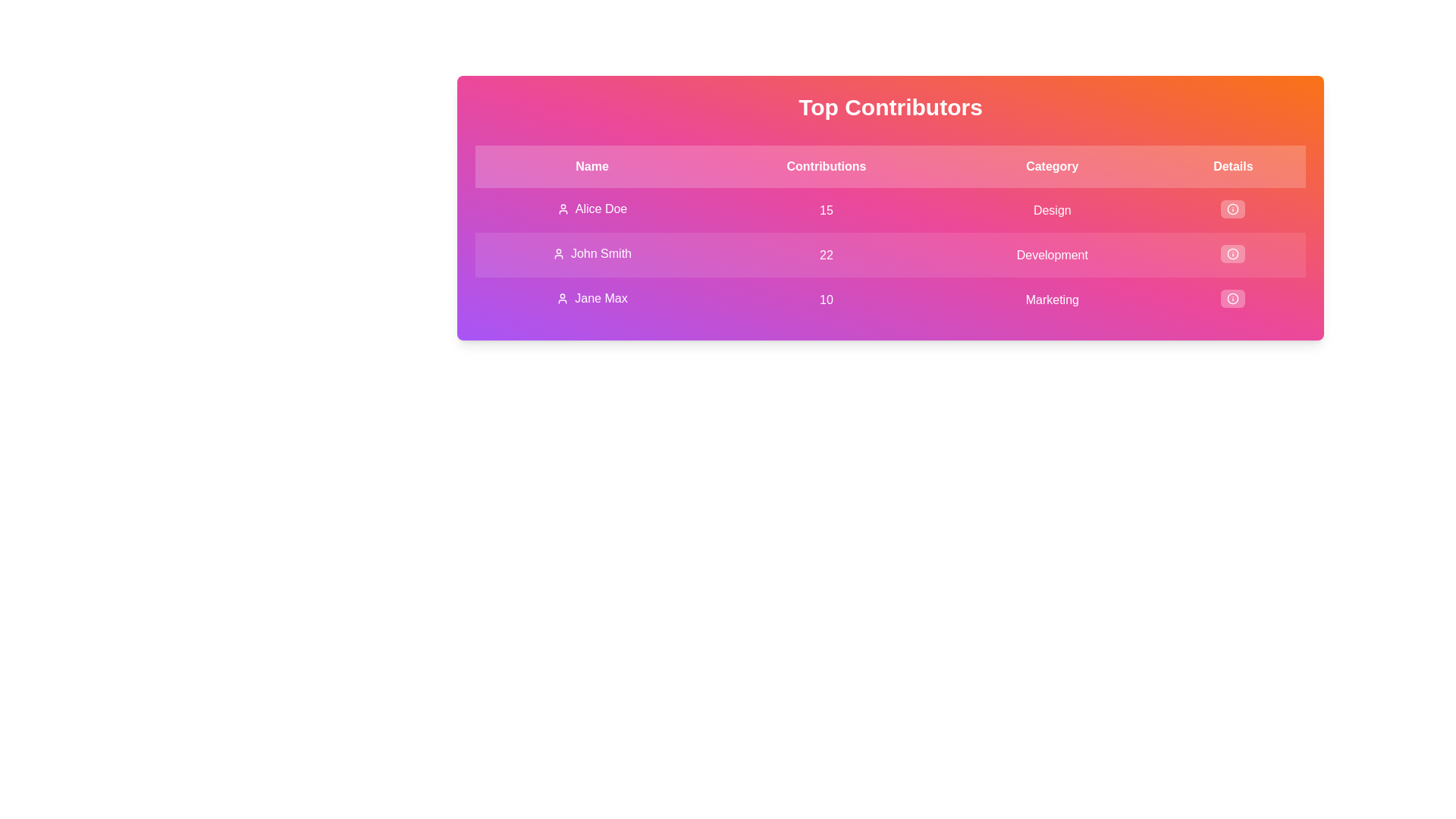 The width and height of the screenshot is (1456, 819). I want to click on the circular information icon button within the pink translucent button located in the 'Details' column of the last row corresponding to 'Jane Max' in the table, so click(1233, 300).